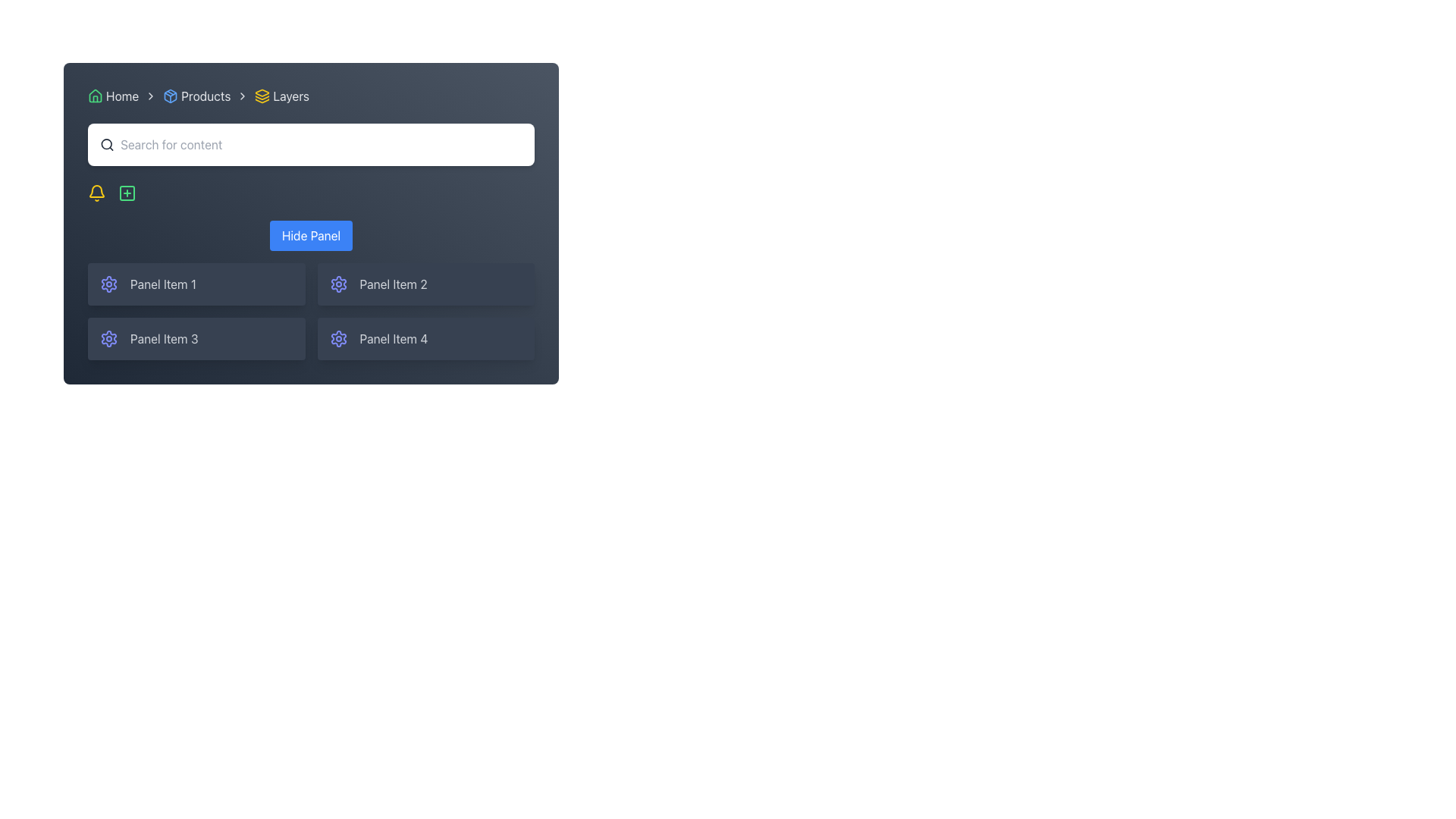 Image resolution: width=1456 pixels, height=819 pixels. What do you see at coordinates (196, 338) in the screenshot?
I see `the Group Panel labeled 'Panel Item 3'` at bounding box center [196, 338].